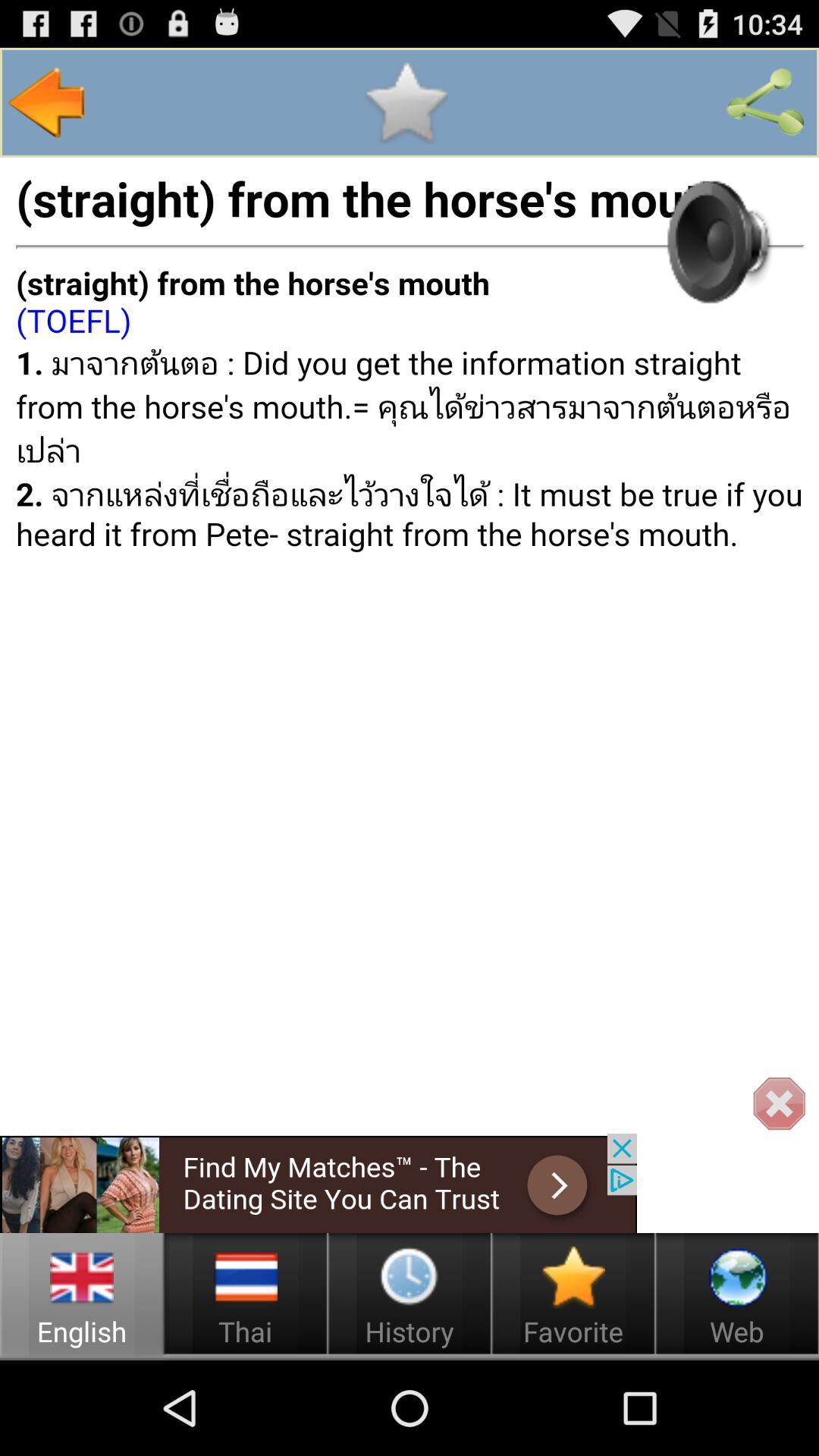 The image size is (819, 1456). Describe the element at coordinates (405, 102) in the screenshot. I see `to favorites button` at that location.